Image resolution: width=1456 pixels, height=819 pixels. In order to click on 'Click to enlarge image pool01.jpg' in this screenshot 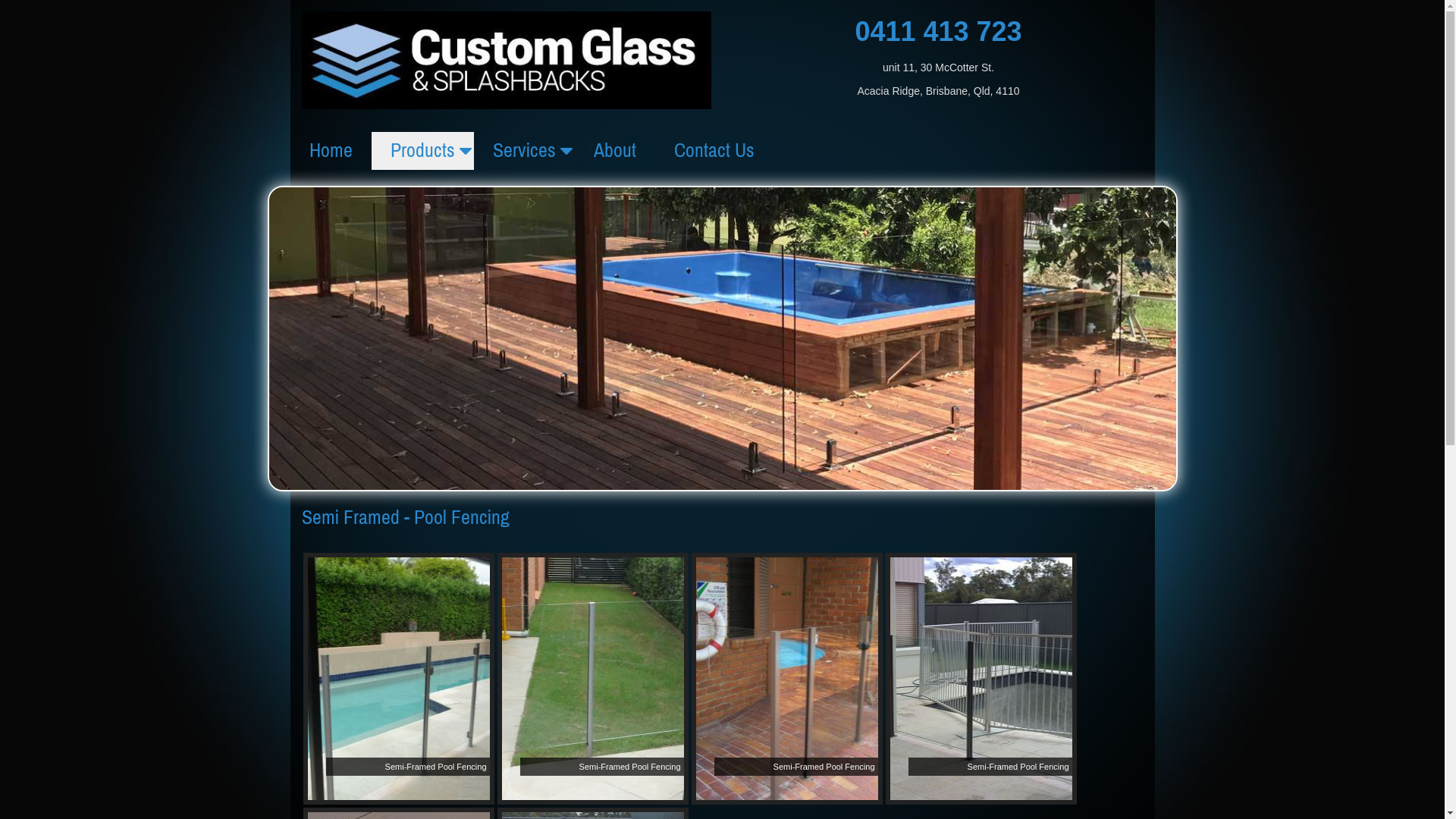, I will do `click(399, 677)`.